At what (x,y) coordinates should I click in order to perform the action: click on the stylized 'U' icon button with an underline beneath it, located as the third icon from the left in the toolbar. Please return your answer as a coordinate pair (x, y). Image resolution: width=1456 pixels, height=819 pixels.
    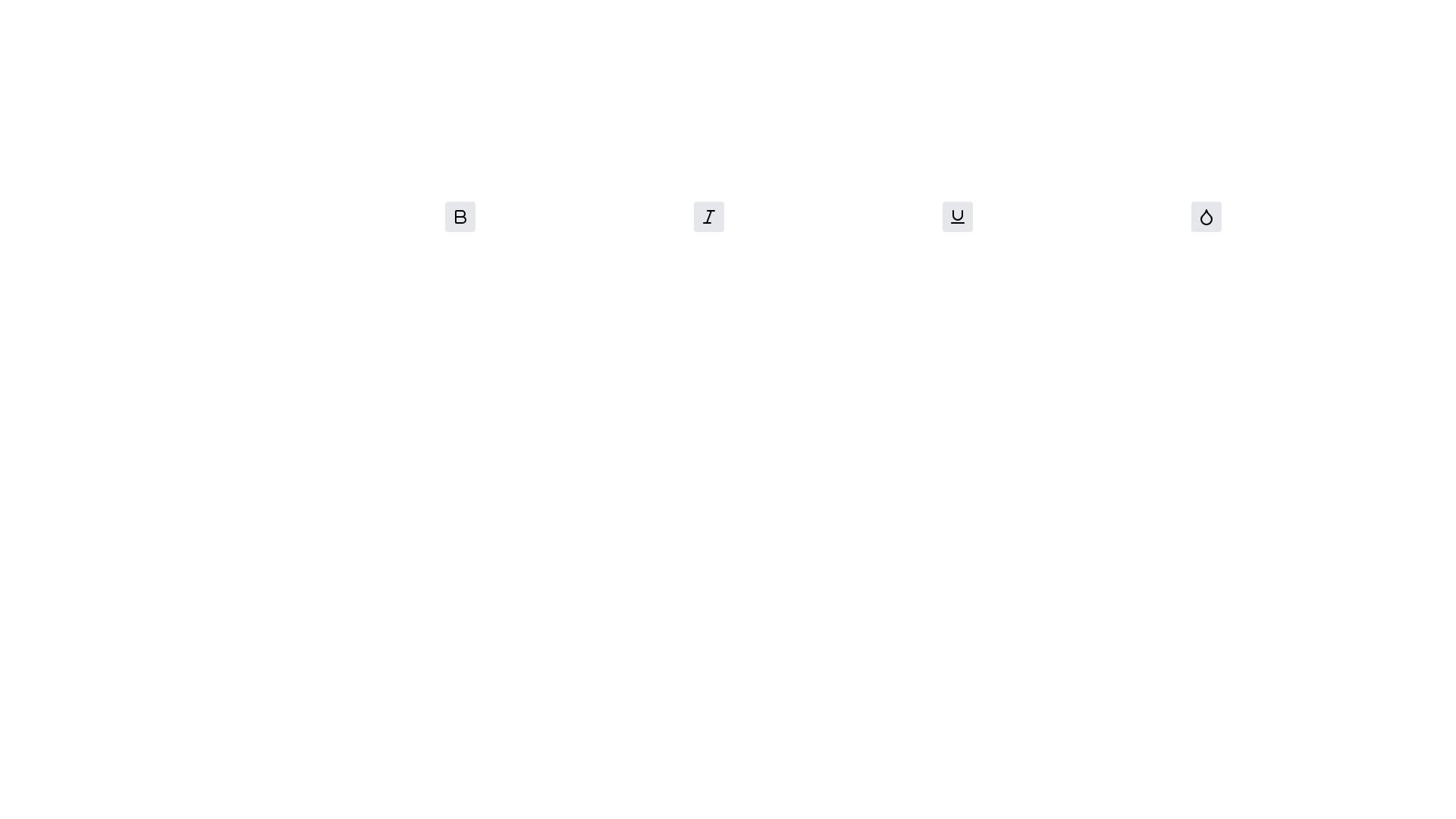
    Looking at the image, I should click on (956, 216).